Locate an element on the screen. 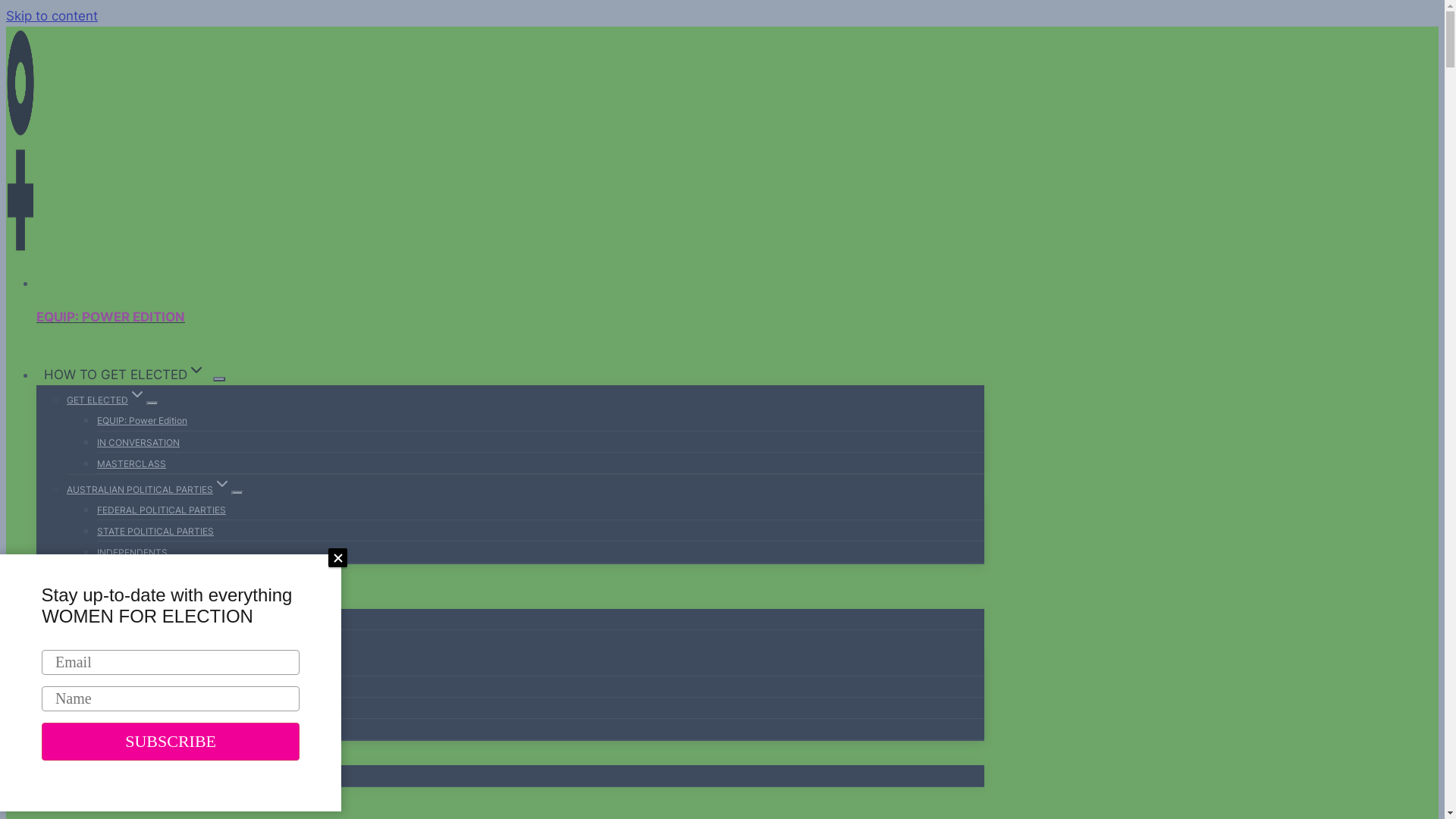  'OUR LEADERSHIP TEAM' is located at coordinates (149, 664).